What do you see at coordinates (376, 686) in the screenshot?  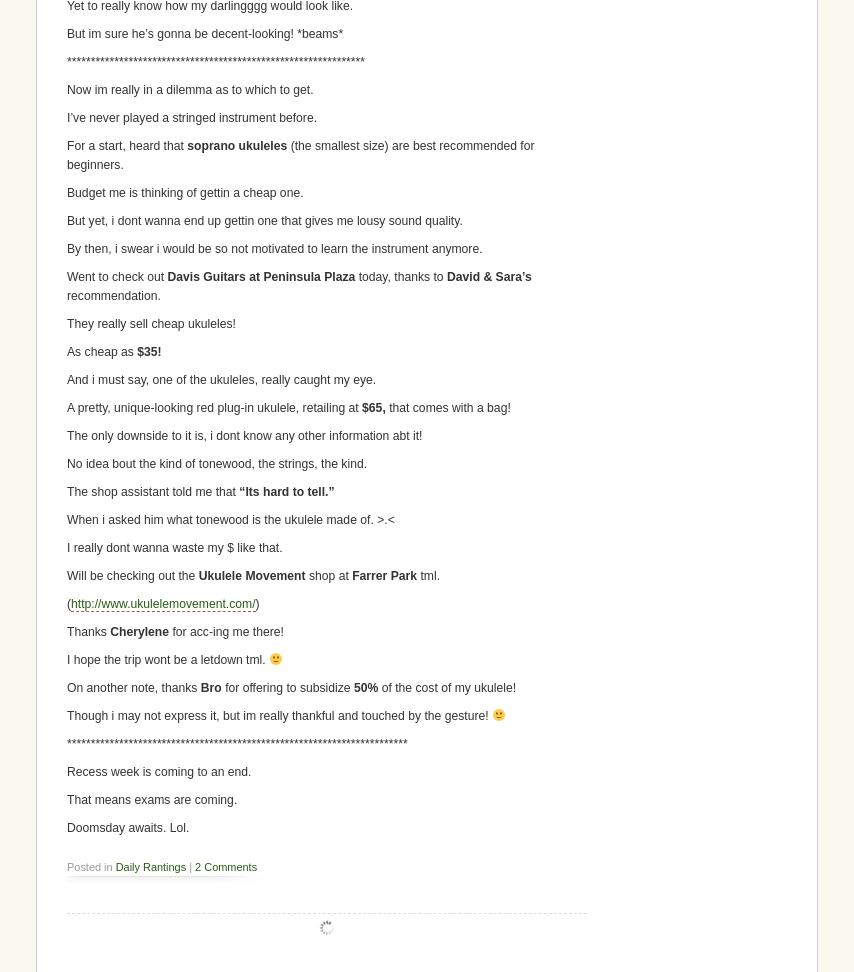 I see `'of the cost of my ukulele!'` at bounding box center [376, 686].